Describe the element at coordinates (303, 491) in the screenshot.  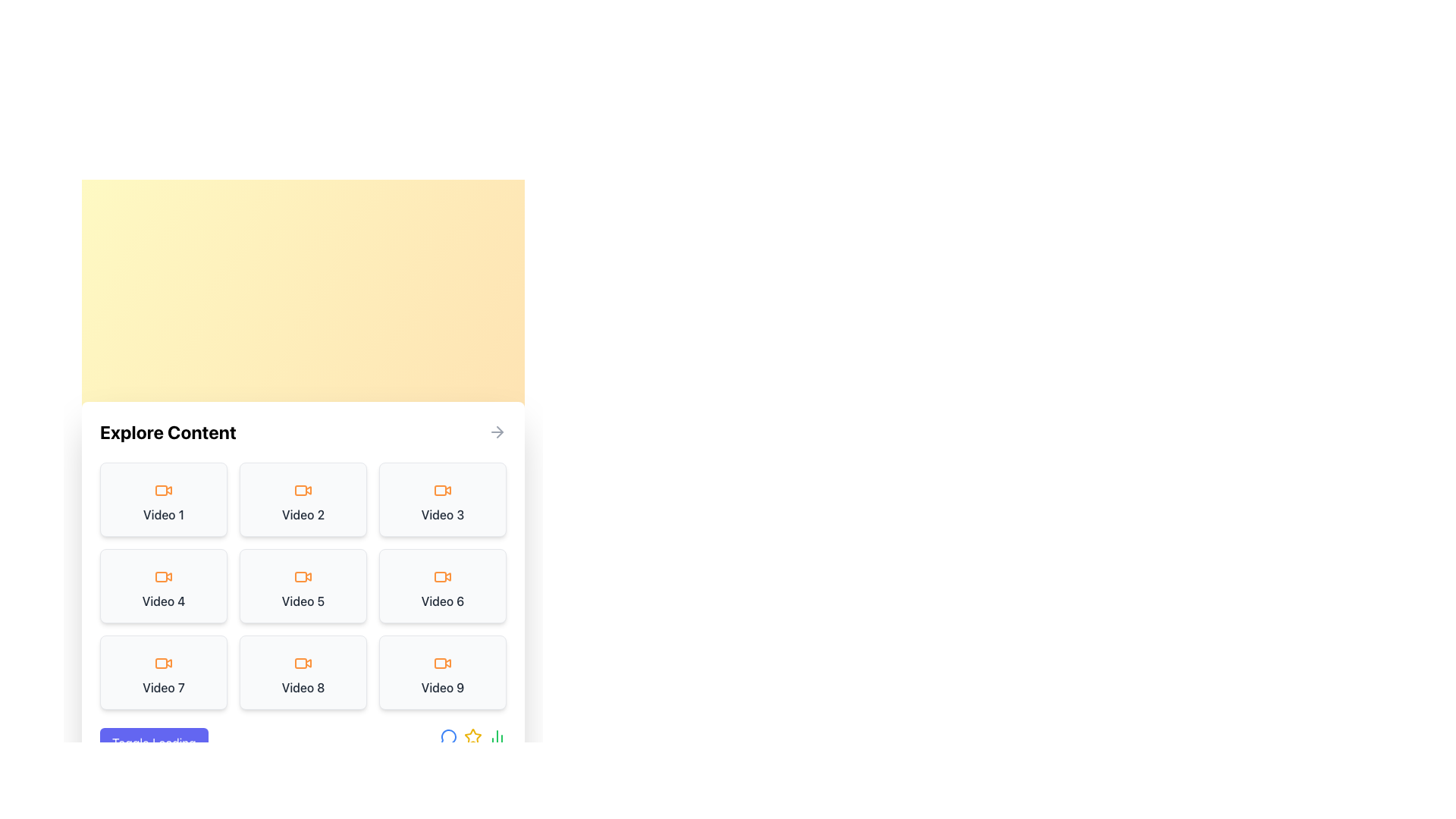
I see `the video content type icon located in the second card labeled 'Video 2' under the 'Explore Content' heading in the grid layout` at that location.